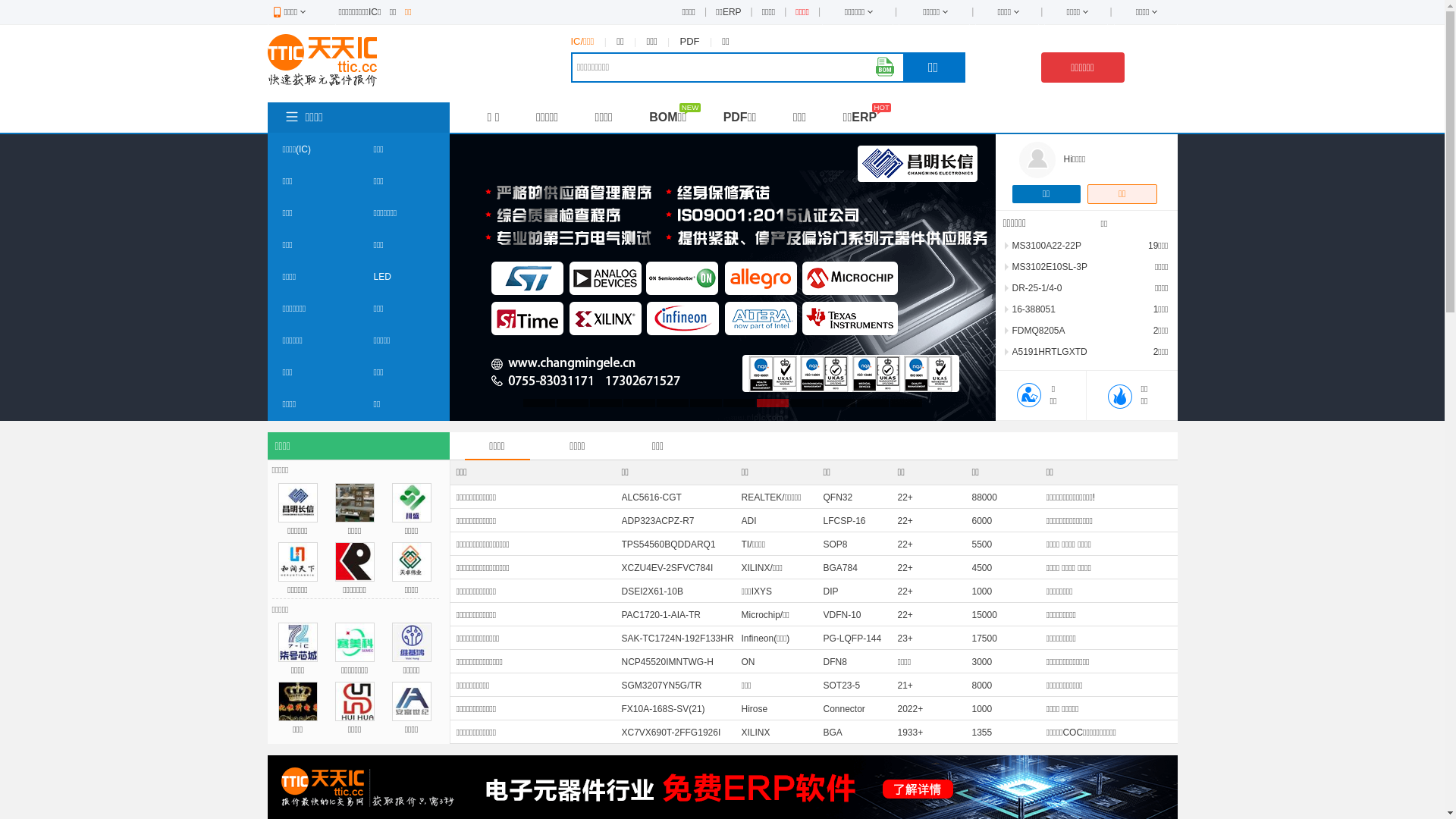 The image size is (1456, 819). Describe the element at coordinates (622, 614) in the screenshot. I see `'PAC1720-1-AIA-TR'` at that location.